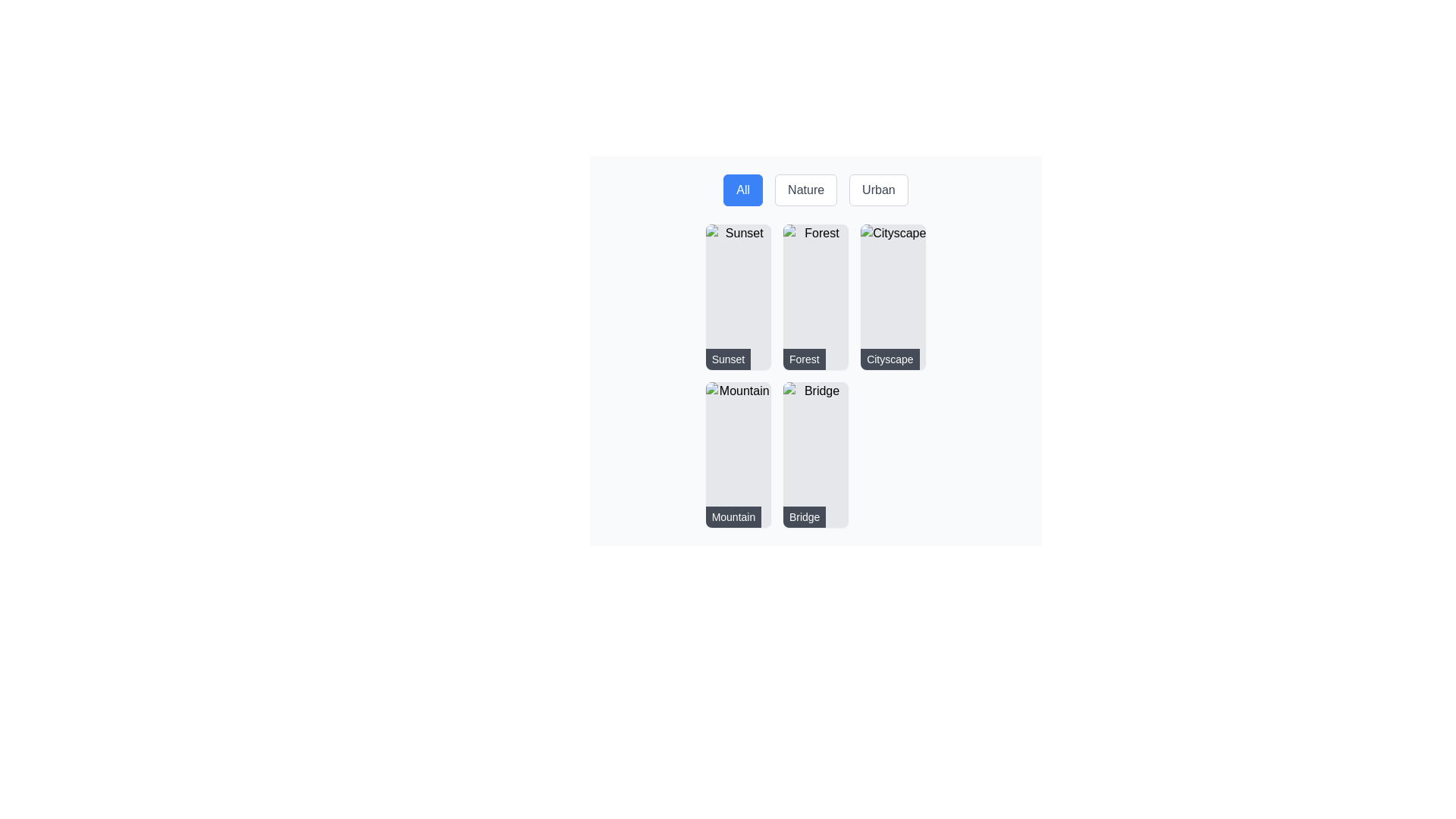 The image size is (1456, 819). I want to click on the 'Urban' button, which is a rectangular button with rounded corners, so click(878, 189).